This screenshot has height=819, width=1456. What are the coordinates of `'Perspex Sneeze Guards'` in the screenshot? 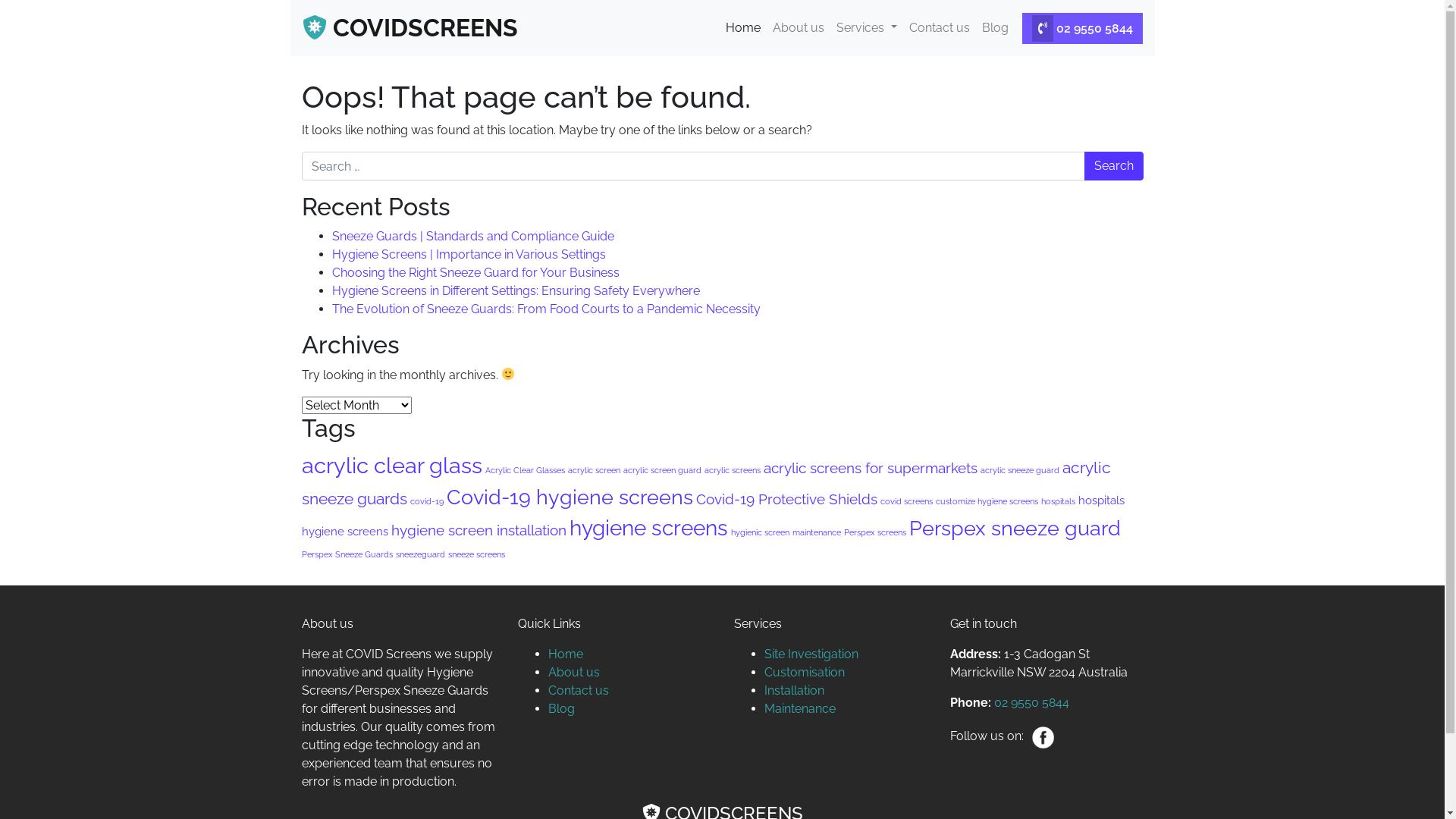 It's located at (346, 554).